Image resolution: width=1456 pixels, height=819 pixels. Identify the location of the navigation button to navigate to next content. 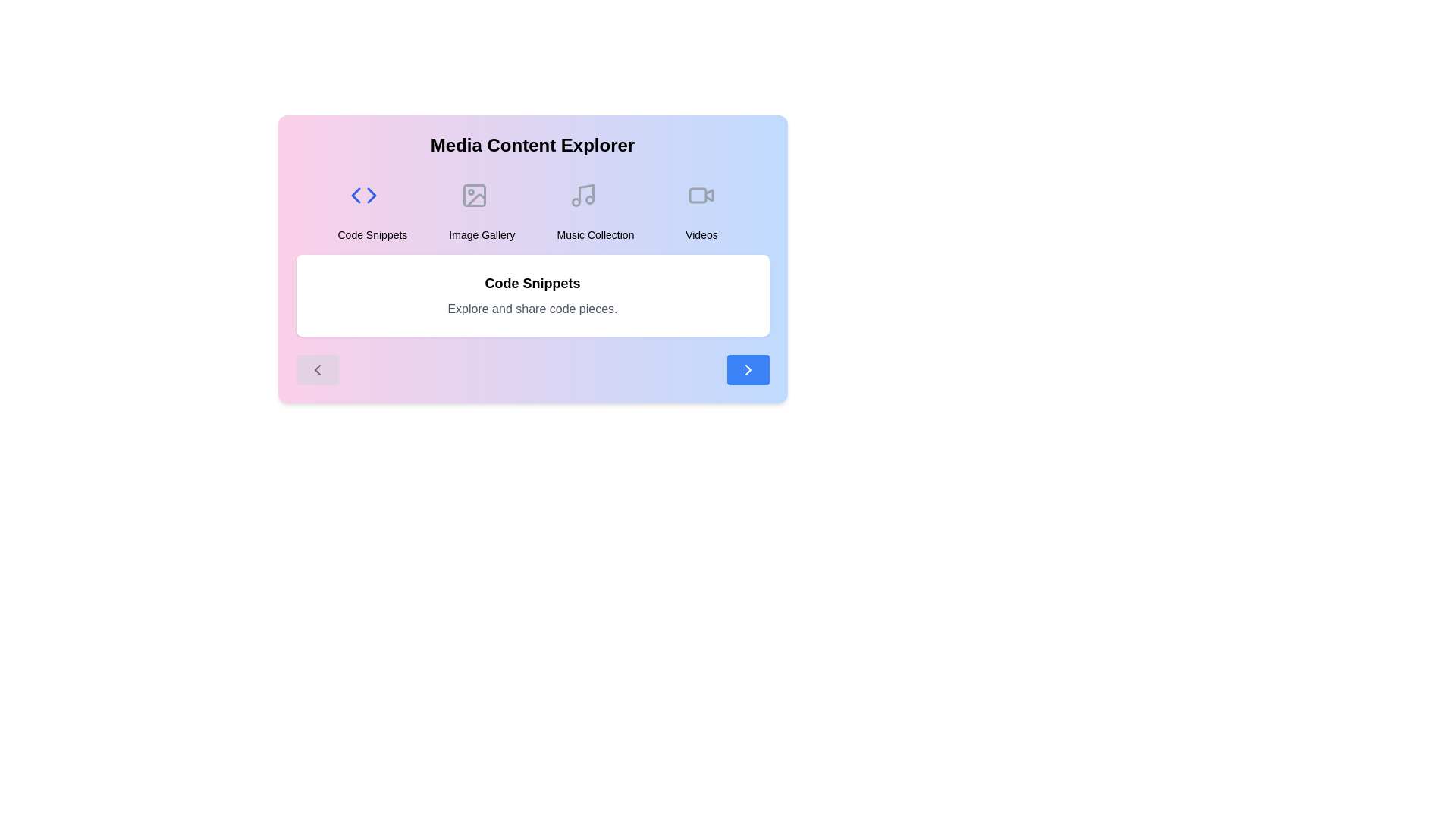
(748, 370).